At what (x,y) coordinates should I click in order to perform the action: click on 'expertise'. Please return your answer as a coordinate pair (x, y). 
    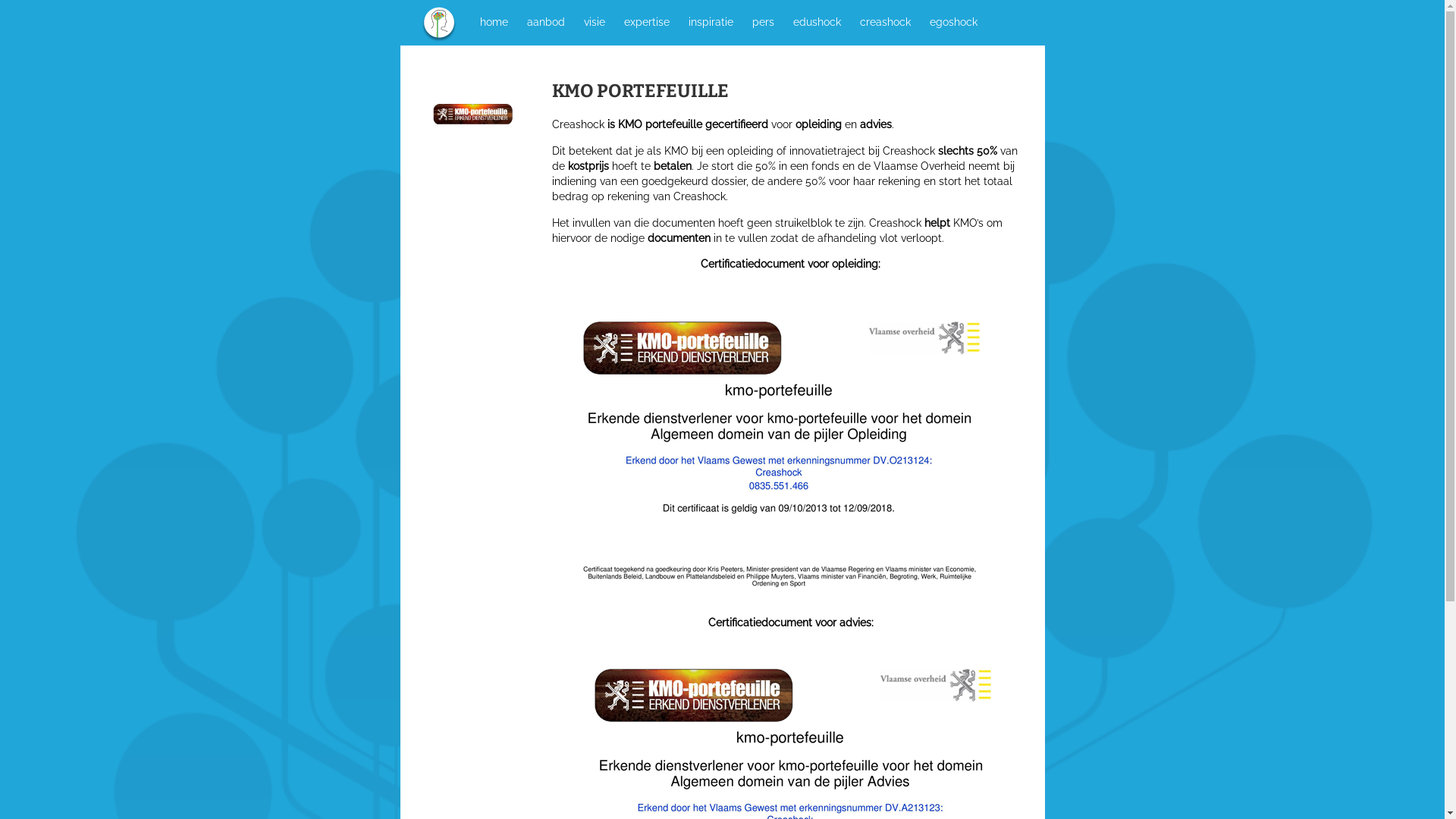
    Looking at the image, I should click on (647, 21).